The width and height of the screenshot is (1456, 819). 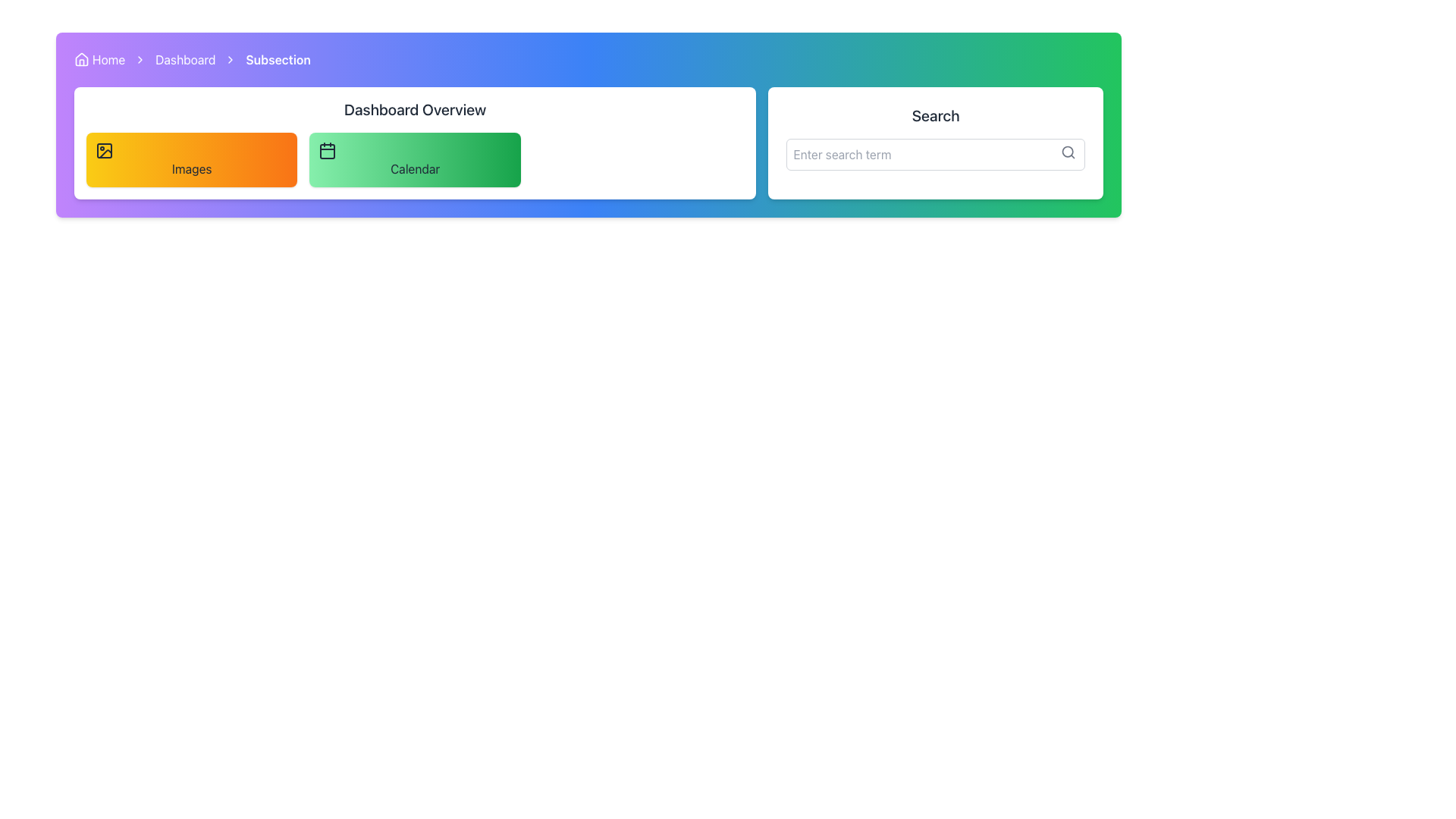 What do you see at coordinates (415, 160) in the screenshot?
I see `the green rectangular button labeled 'Calendar' below the icon` at bounding box center [415, 160].